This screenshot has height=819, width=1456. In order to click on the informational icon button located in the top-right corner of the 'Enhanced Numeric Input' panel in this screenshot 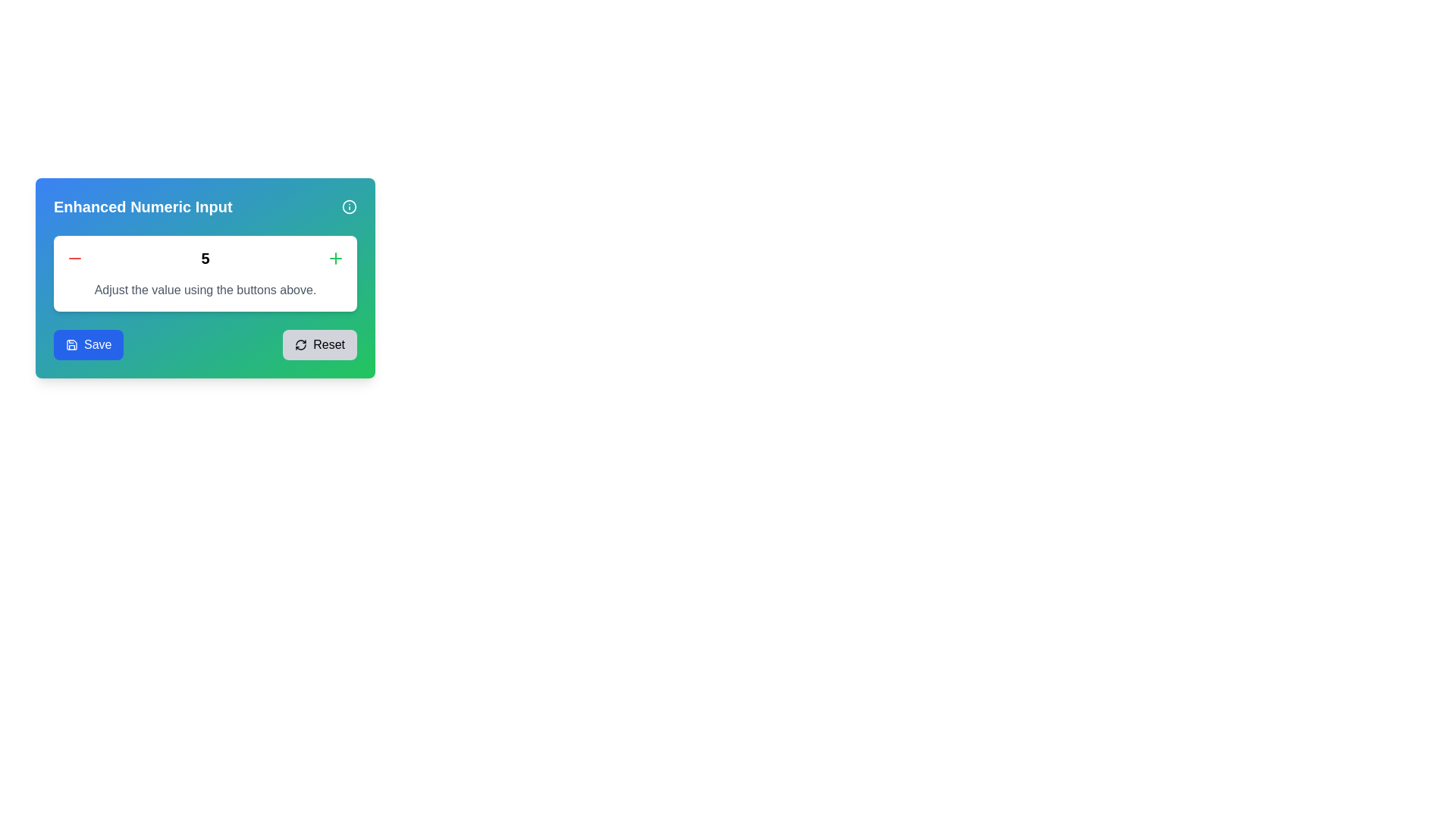, I will do `click(348, 207)`.